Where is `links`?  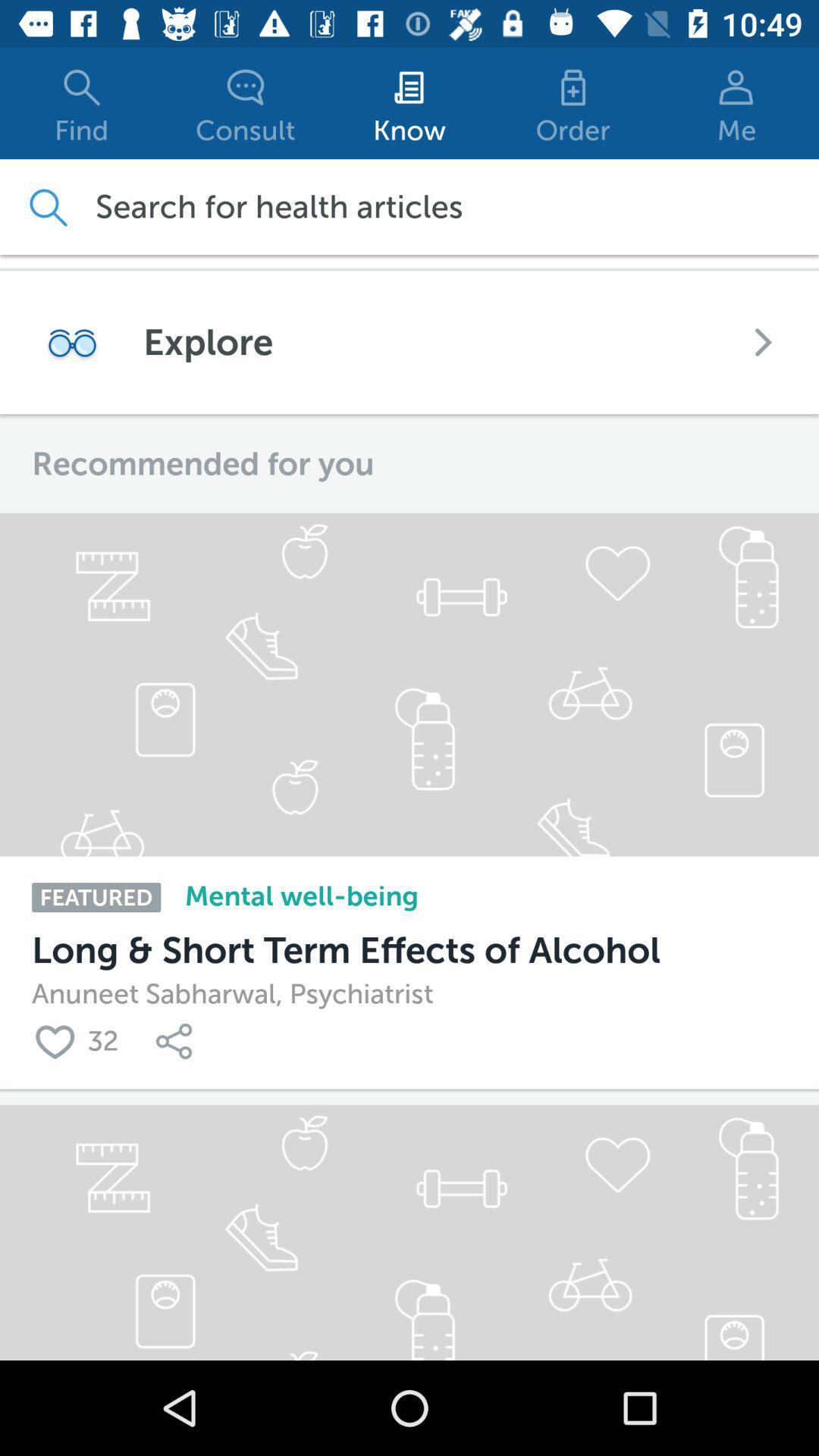
links is located at coordinates (177, 1040).